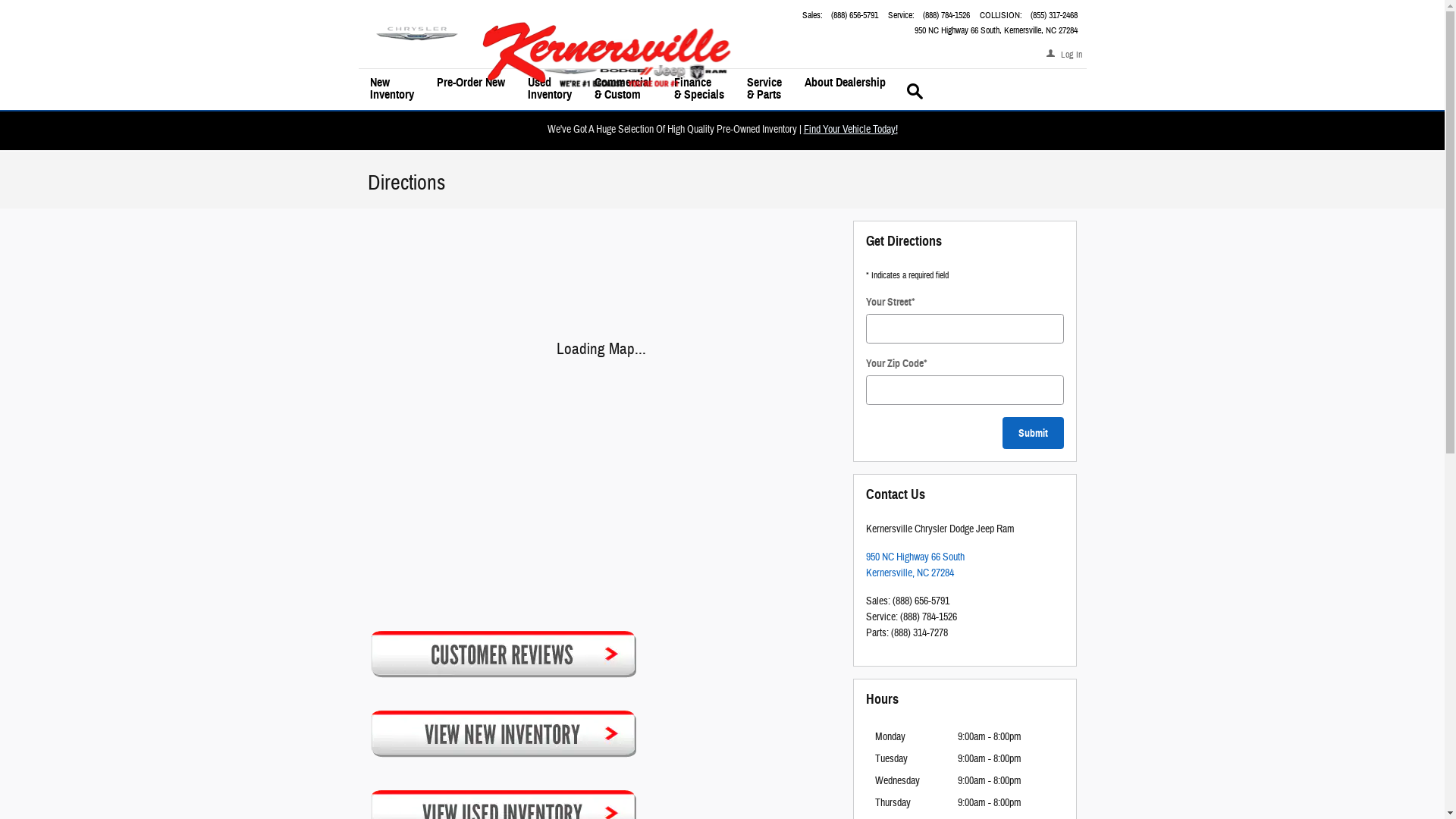  Describe the element at coordinates (1063, 55) in the screenshot. I see `'Log In'` at that location.